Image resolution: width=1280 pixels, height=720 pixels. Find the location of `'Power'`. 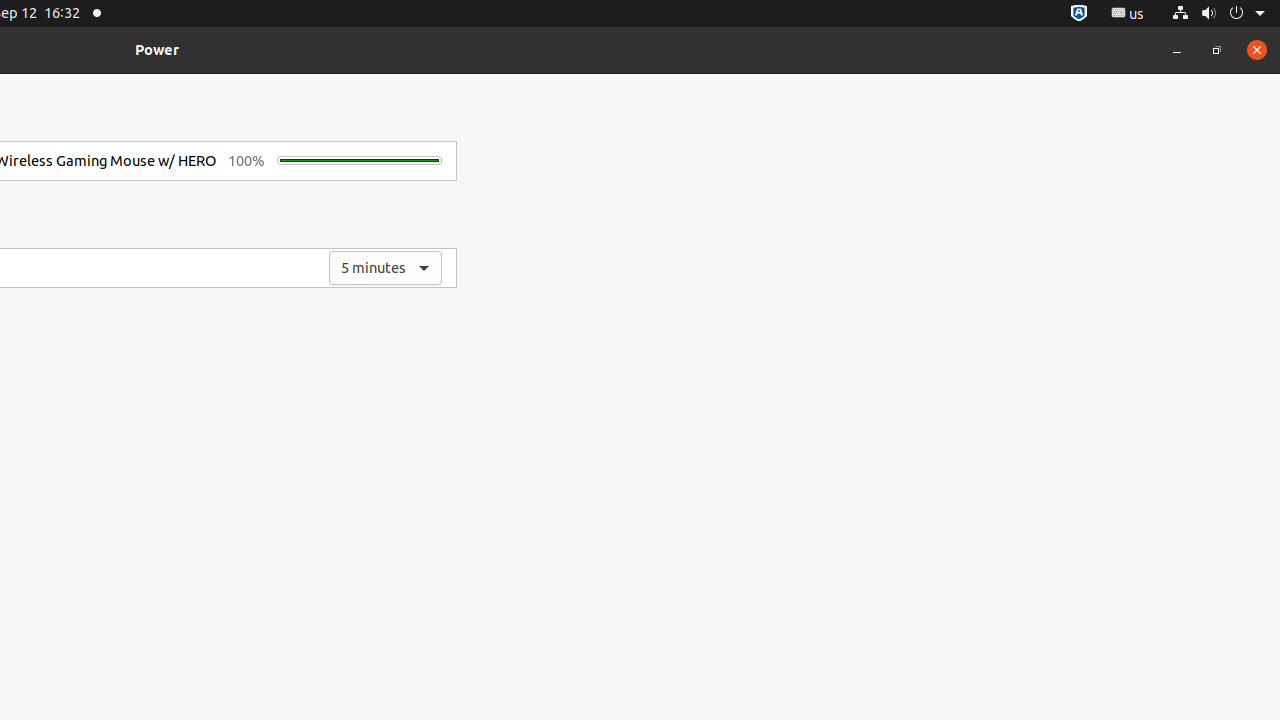

'Power' is located at coordinates (156, 48).